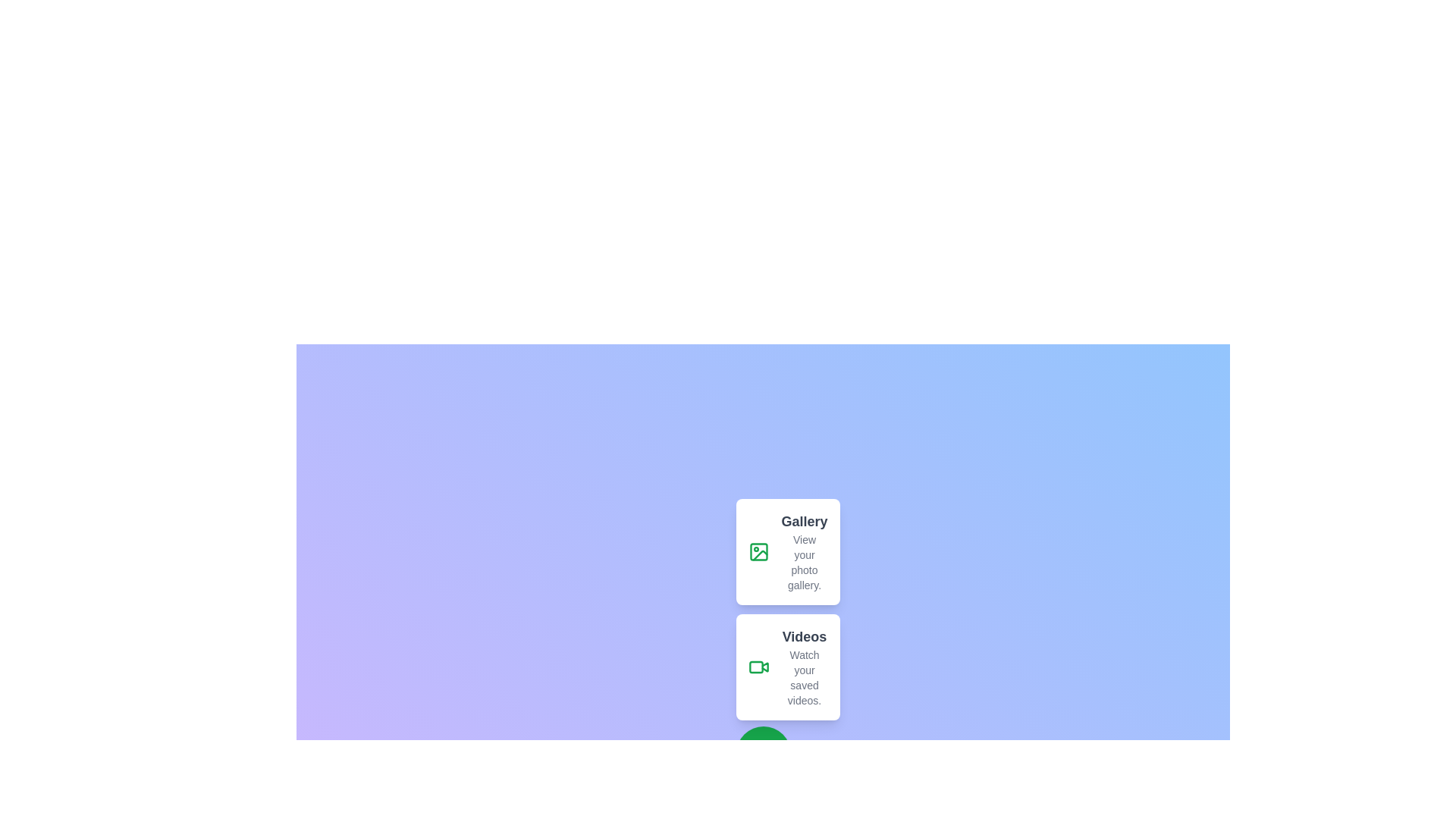 The height and width of the screenshot is (819, 1456). What do you see at coordinates (787, 552) in the screenshot?
I see `the 'Gallery' option to view the photo gallery` at bounding box center [787, 552].